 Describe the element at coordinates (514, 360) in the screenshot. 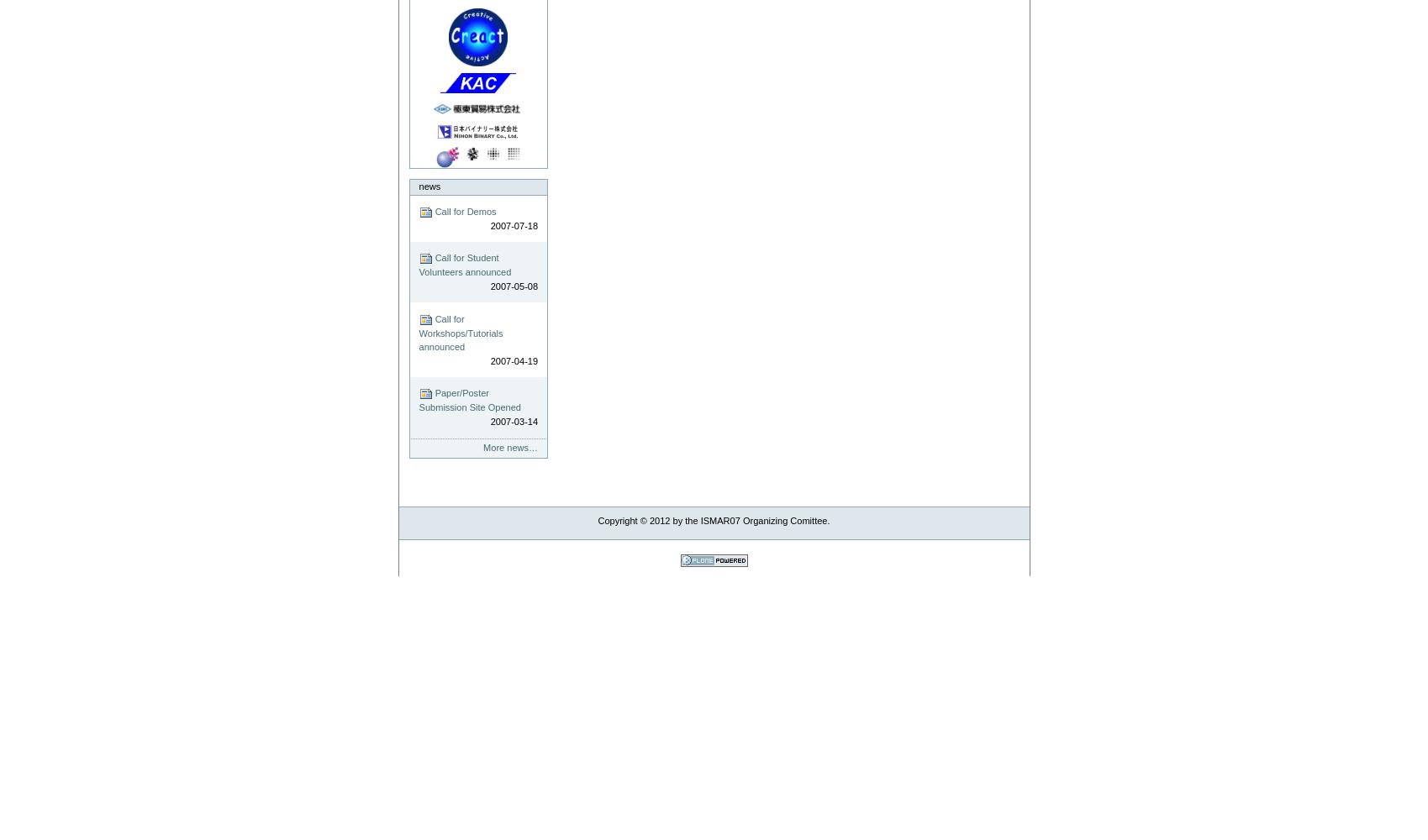

I see `'2007-04-19'` at that location.